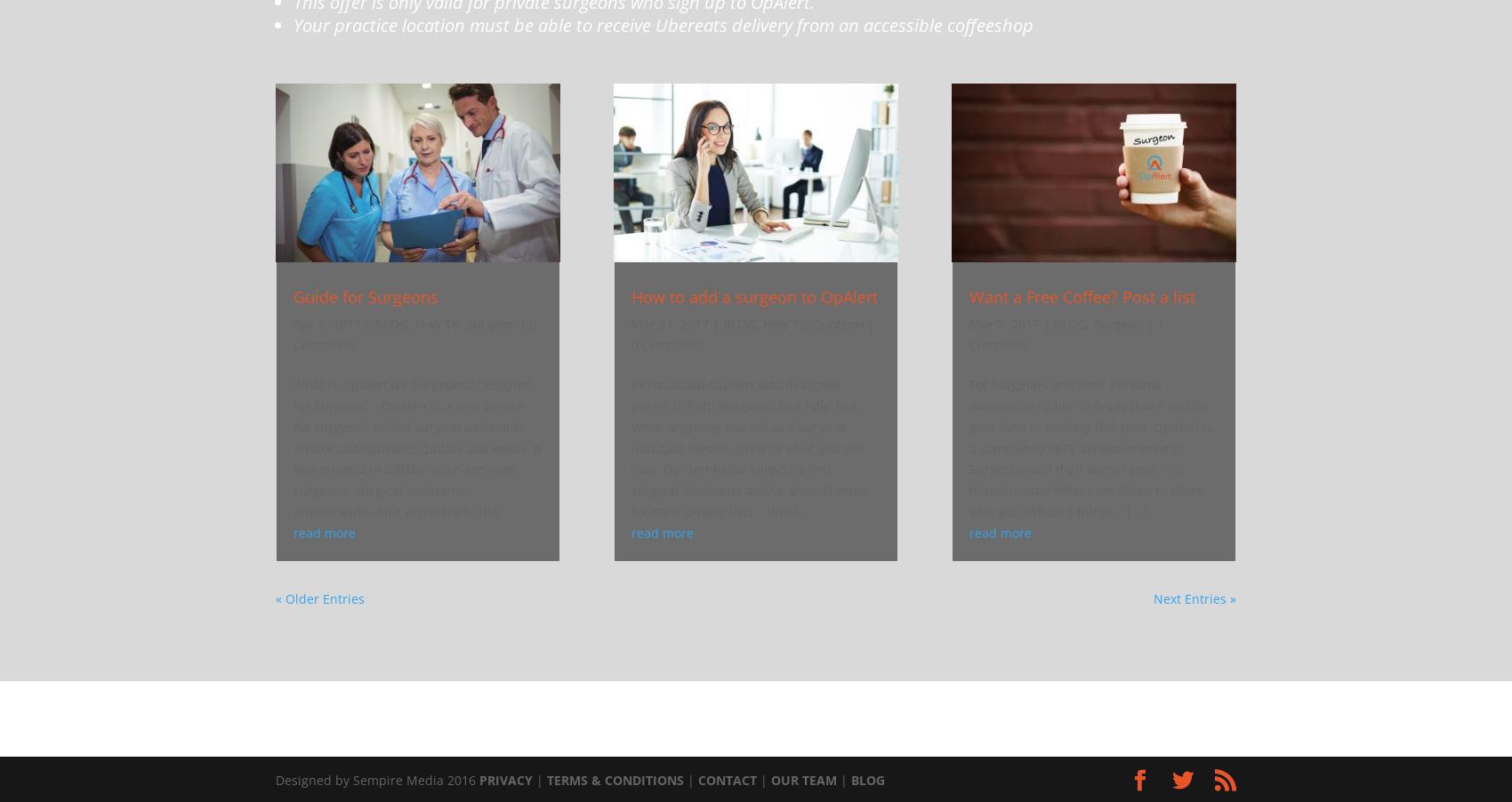 The width and height of the screenshot is (1512, 802). What do you see at coordinates (804, 780) in the screenshot?
I see `'OUR TEAM'` at bounding box center [804, 780].